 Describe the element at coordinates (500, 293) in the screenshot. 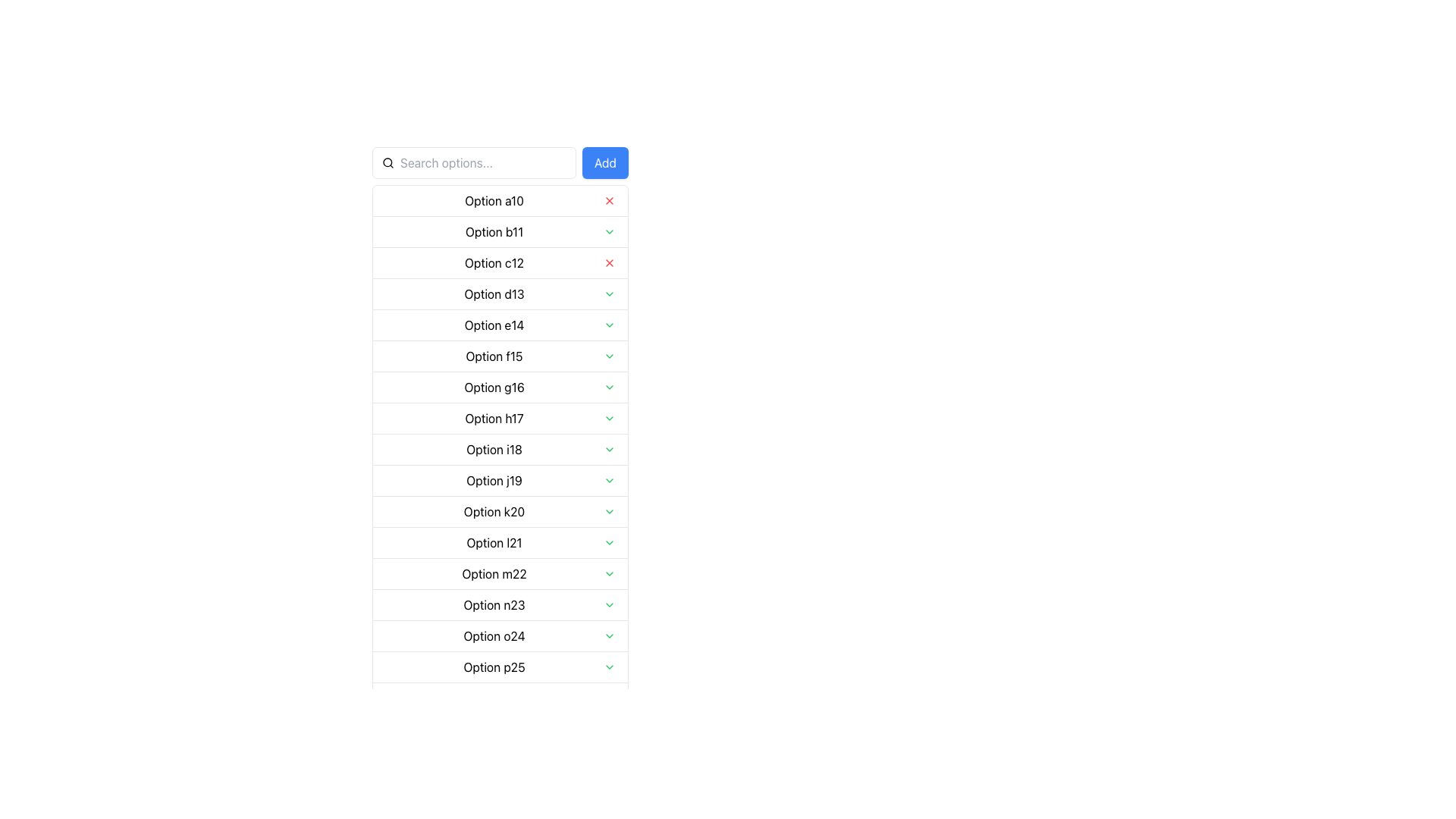

I see `the dropdown indicator of the list item labeled 'Option d13'` at that location.